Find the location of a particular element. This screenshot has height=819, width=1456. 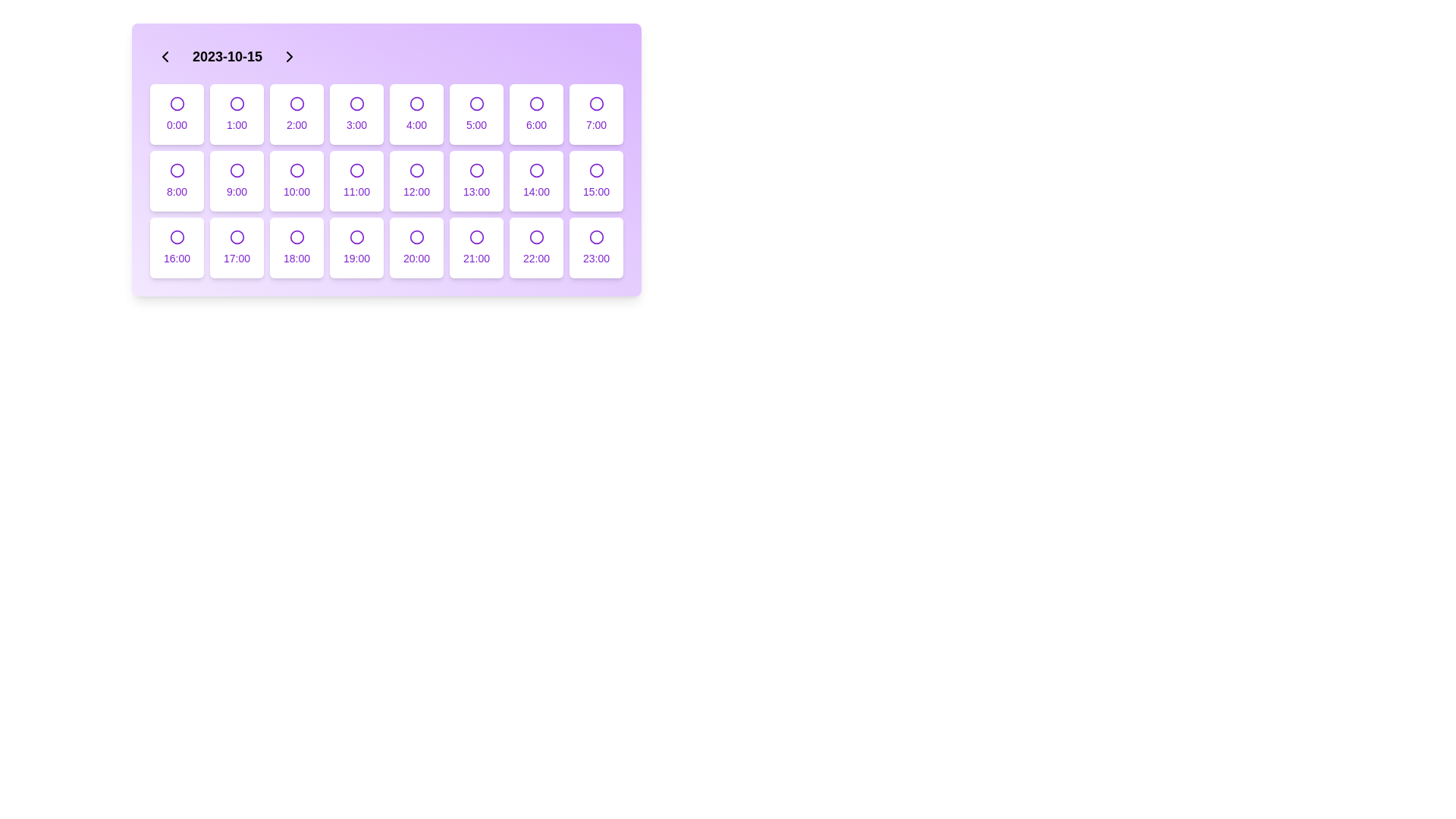

the button displaying '11:00' with a white background and purple outline for keyboard navigation is located at coordinates (356, 180).